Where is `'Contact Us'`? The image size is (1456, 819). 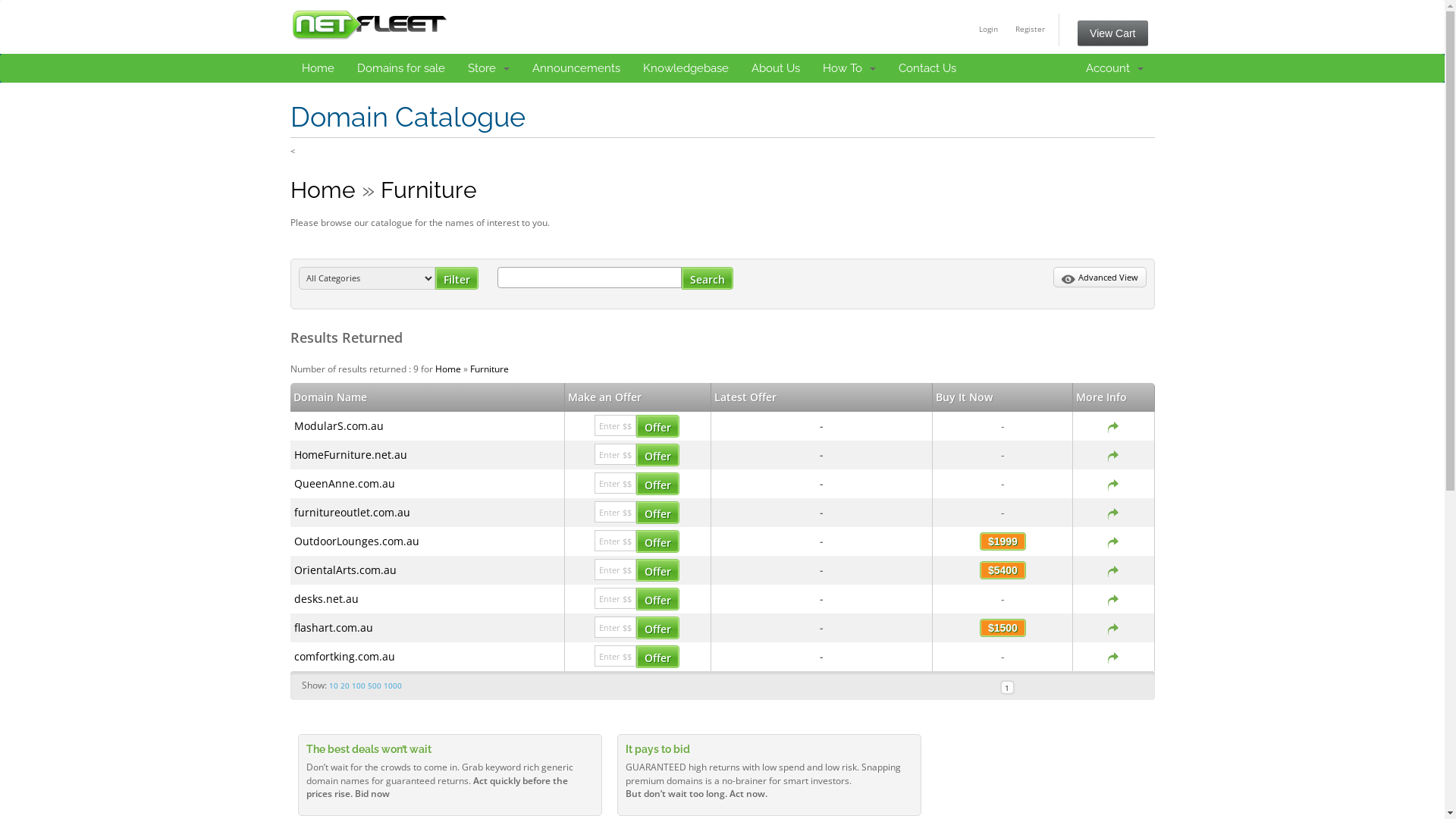
'Contact Us' is located at coordinates (927, 67).